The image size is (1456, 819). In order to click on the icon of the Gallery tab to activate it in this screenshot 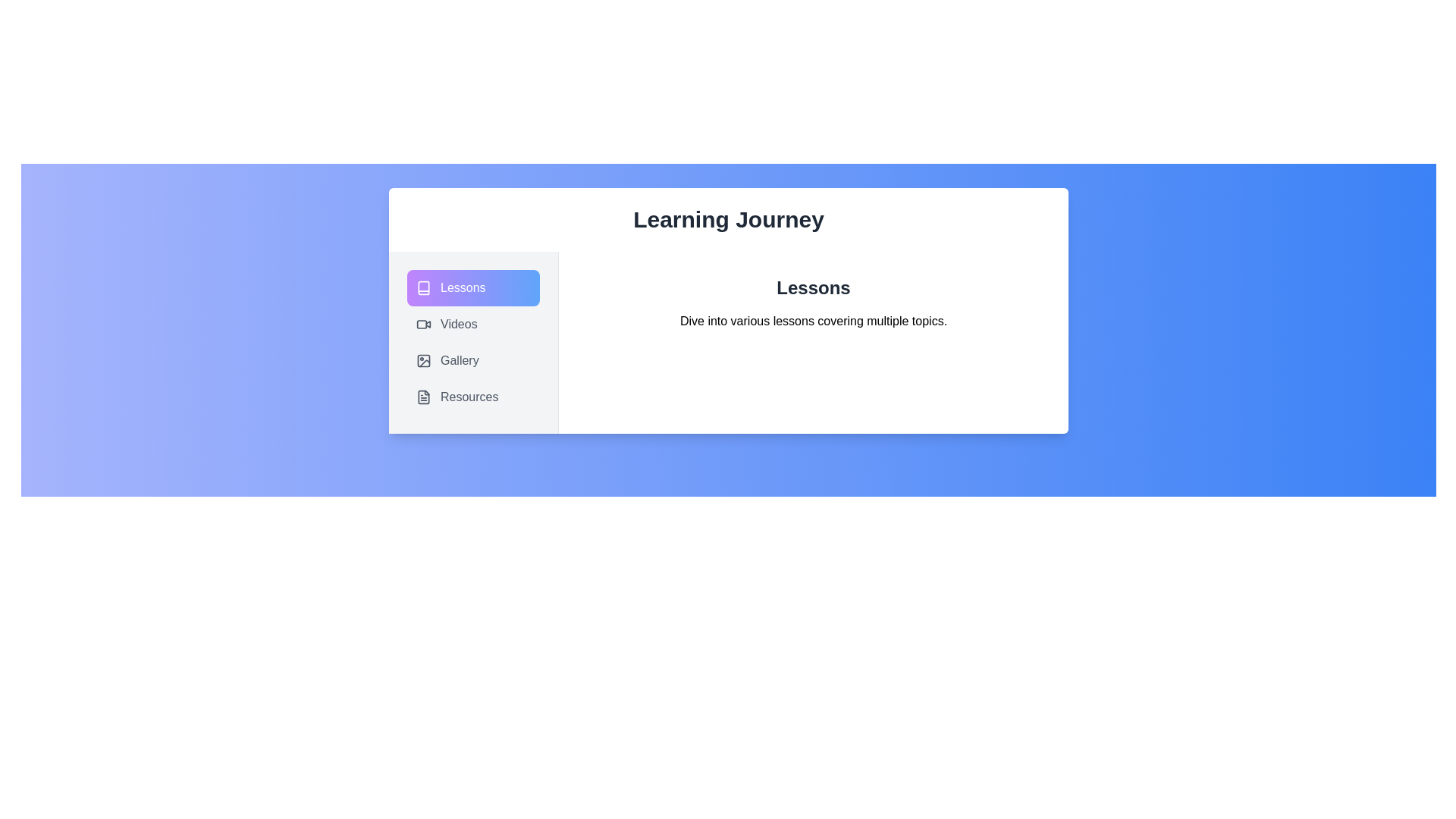, I will do `click(423, 360)`.